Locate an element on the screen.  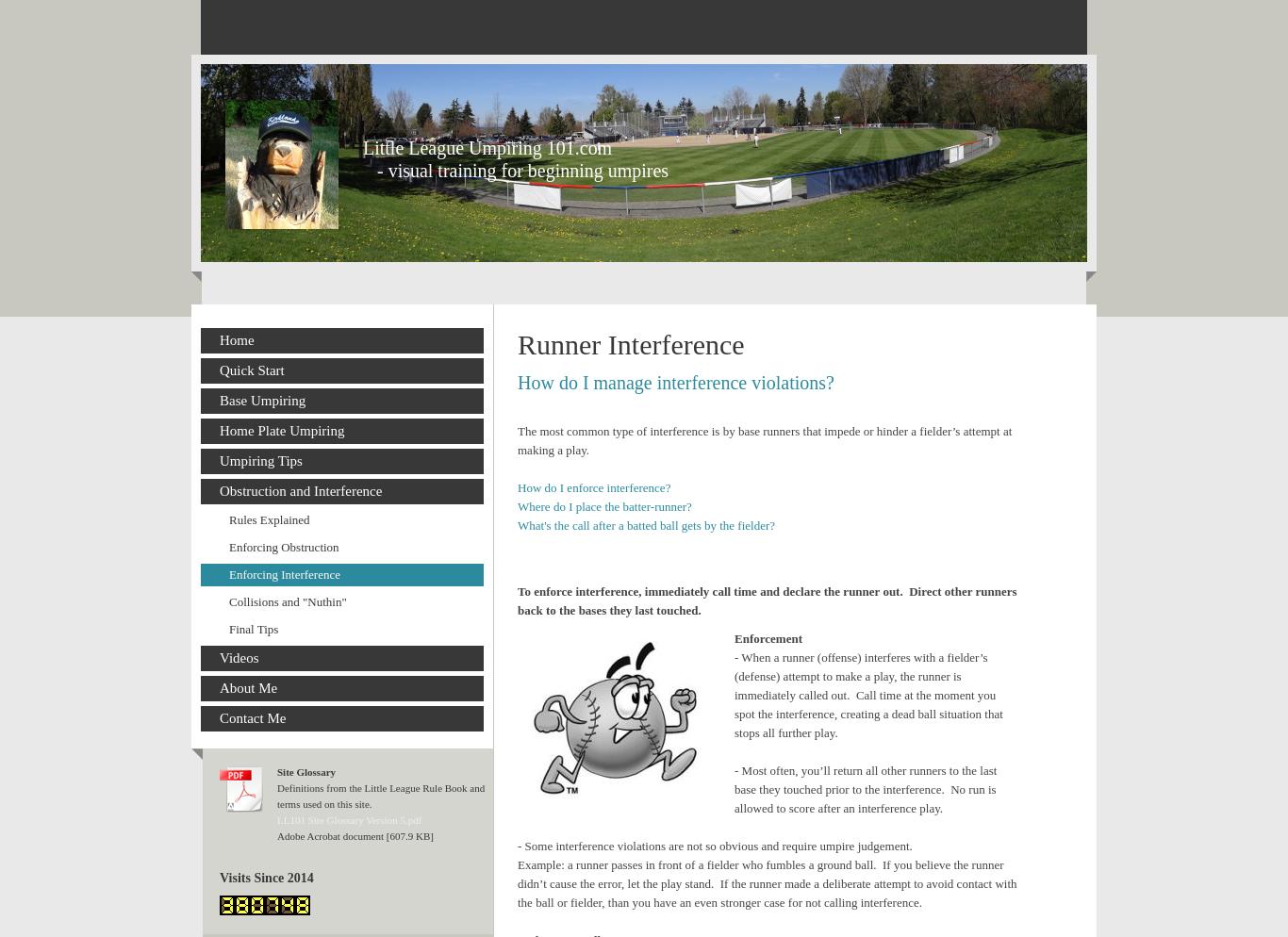
'Obstruction and Interference' is located at coordinates (220, 490).